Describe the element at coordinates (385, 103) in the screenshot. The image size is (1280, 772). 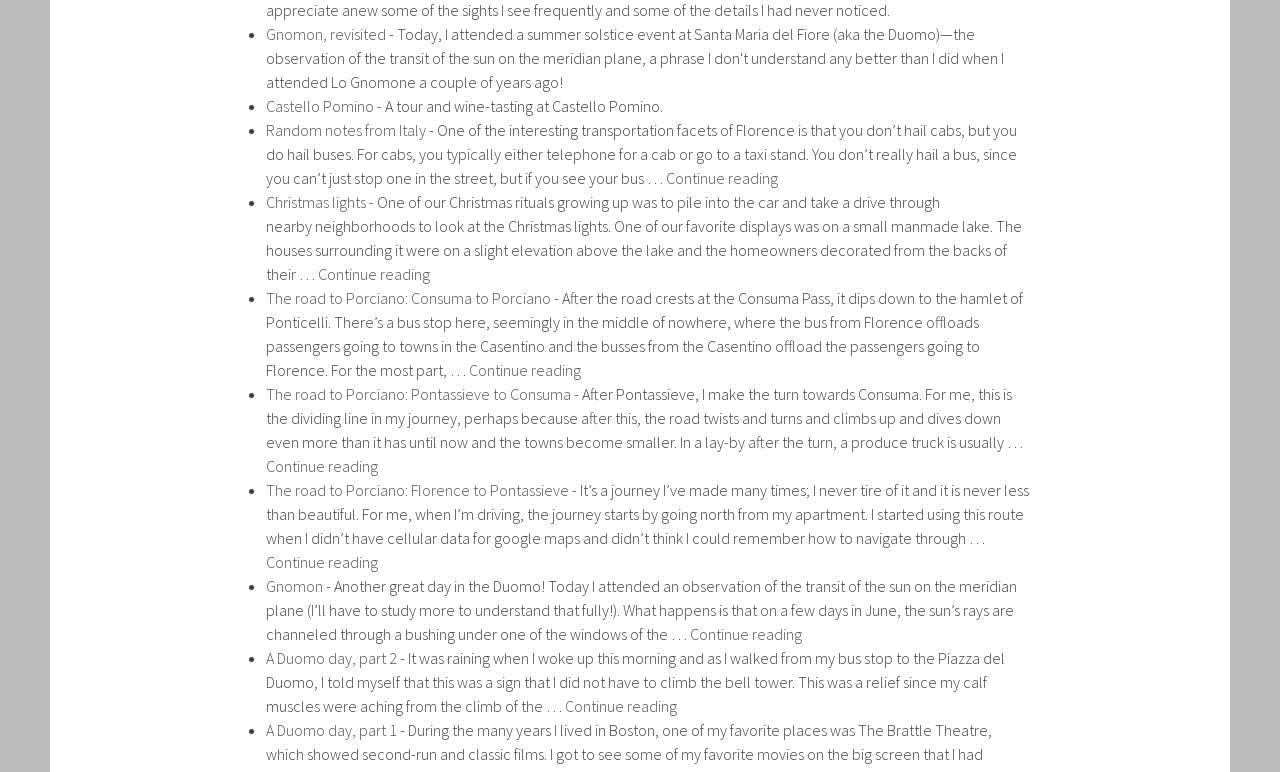
I see `'A tour and wine-tasting at Castello Pomino.'` at that location.